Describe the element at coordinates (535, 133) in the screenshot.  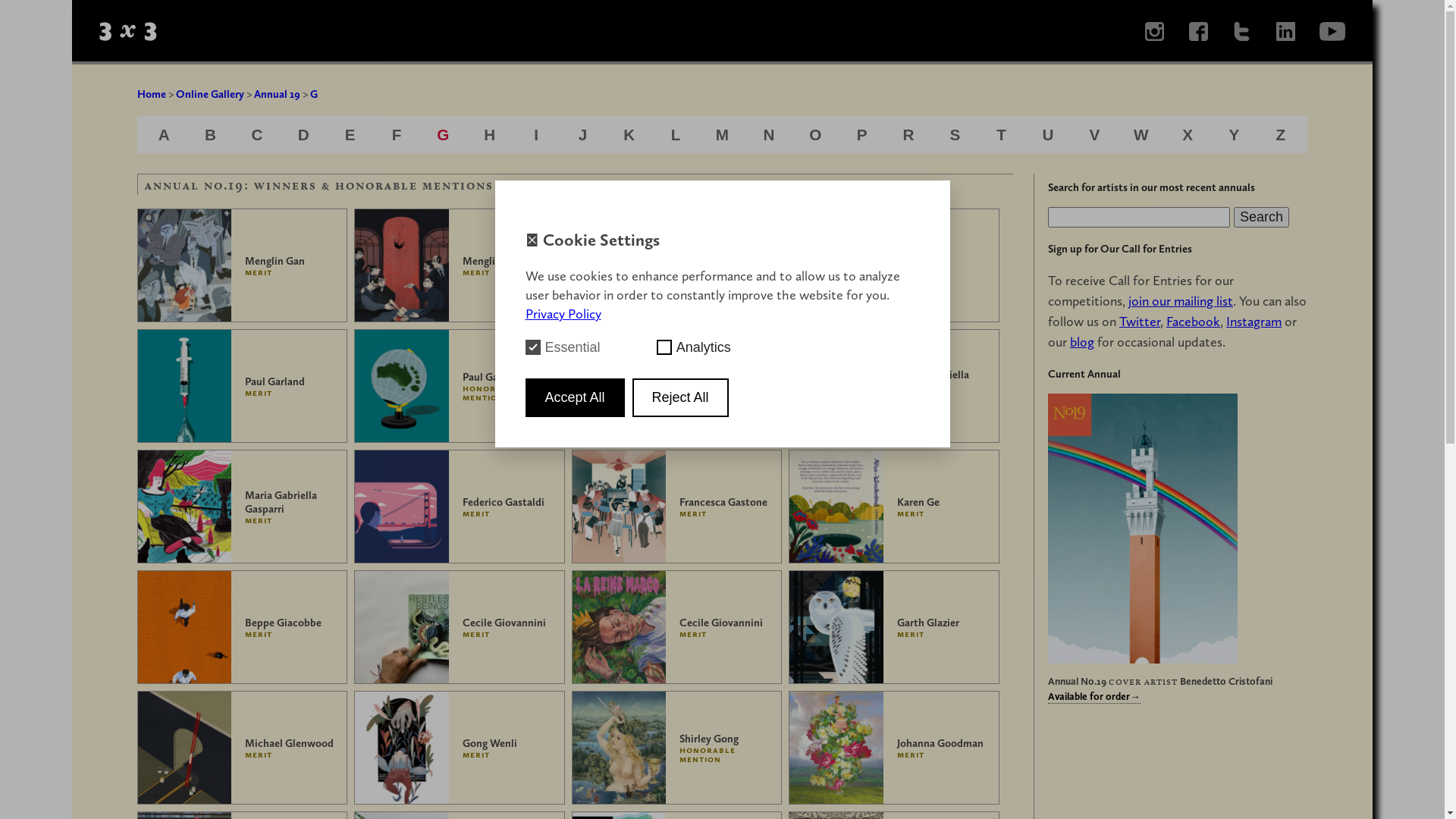
I see `'I'` at that location.